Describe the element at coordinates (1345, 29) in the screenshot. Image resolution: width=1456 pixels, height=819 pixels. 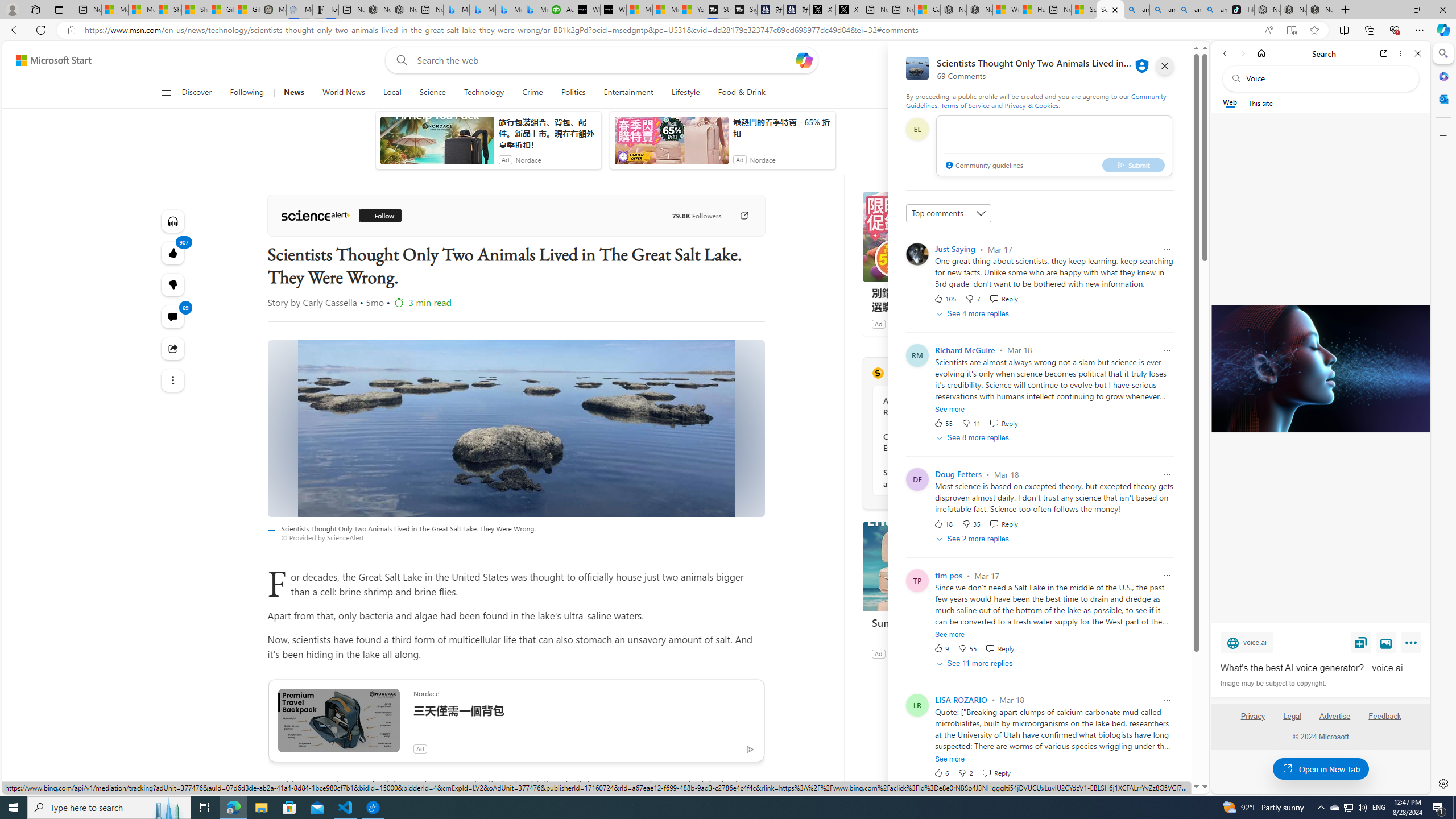
I see `'Split screen'` at that location.